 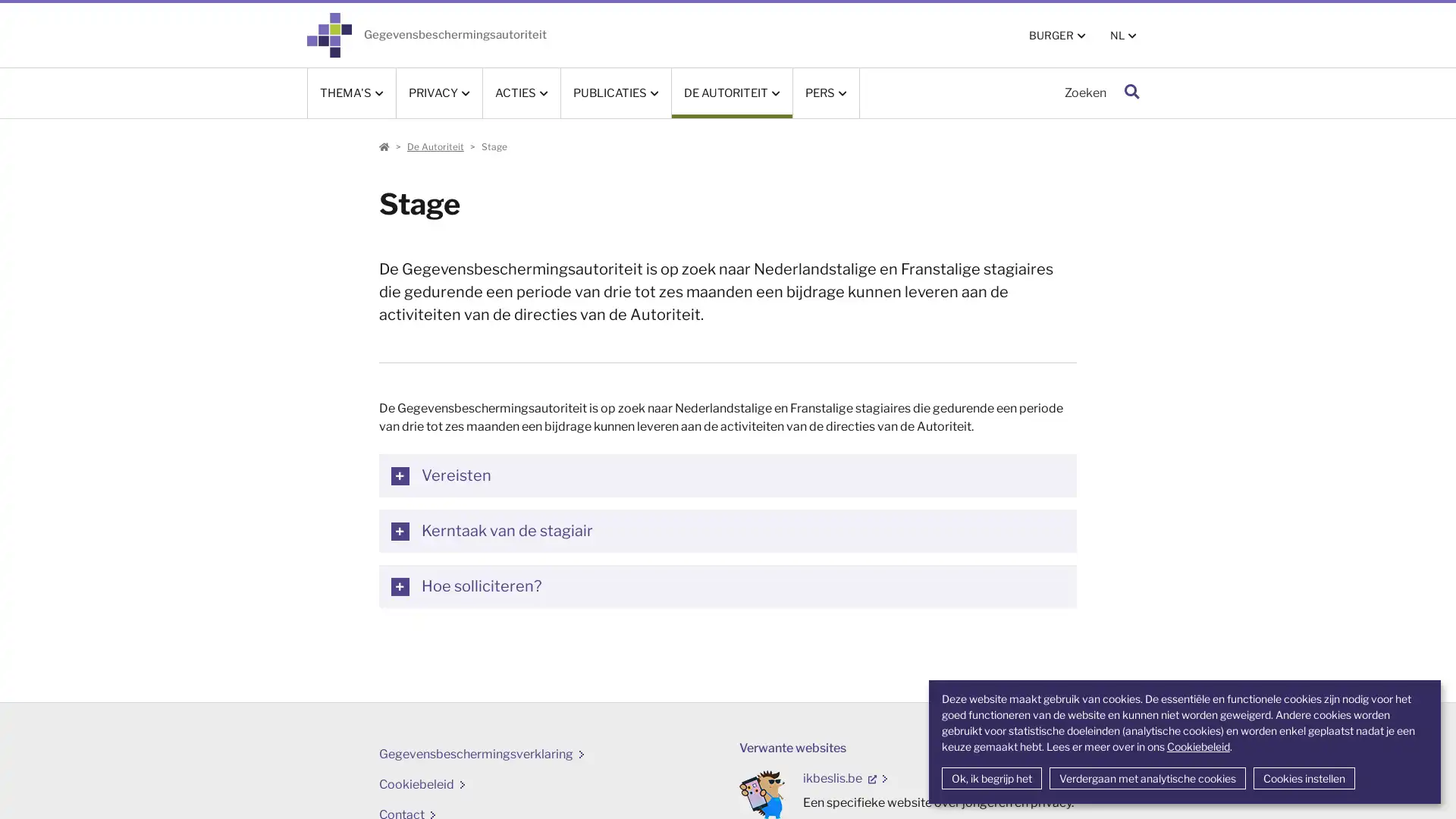 What do you see at coordinates (1302, 778) in the screenshot?
I see `Cookies instellen` at bounding box center [1302, 778].